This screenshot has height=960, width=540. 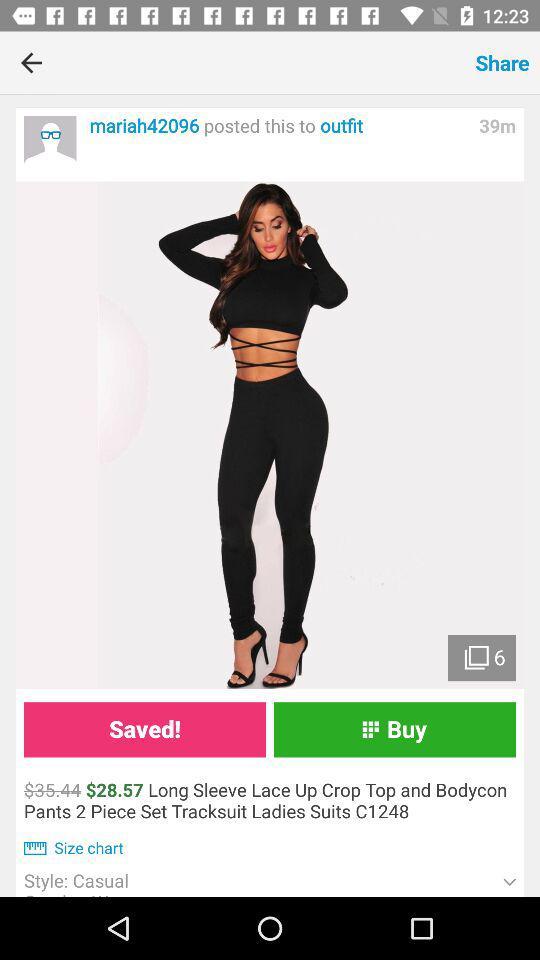 I want to click on the icon to the left of 39m item, so click(x=278, y=125).